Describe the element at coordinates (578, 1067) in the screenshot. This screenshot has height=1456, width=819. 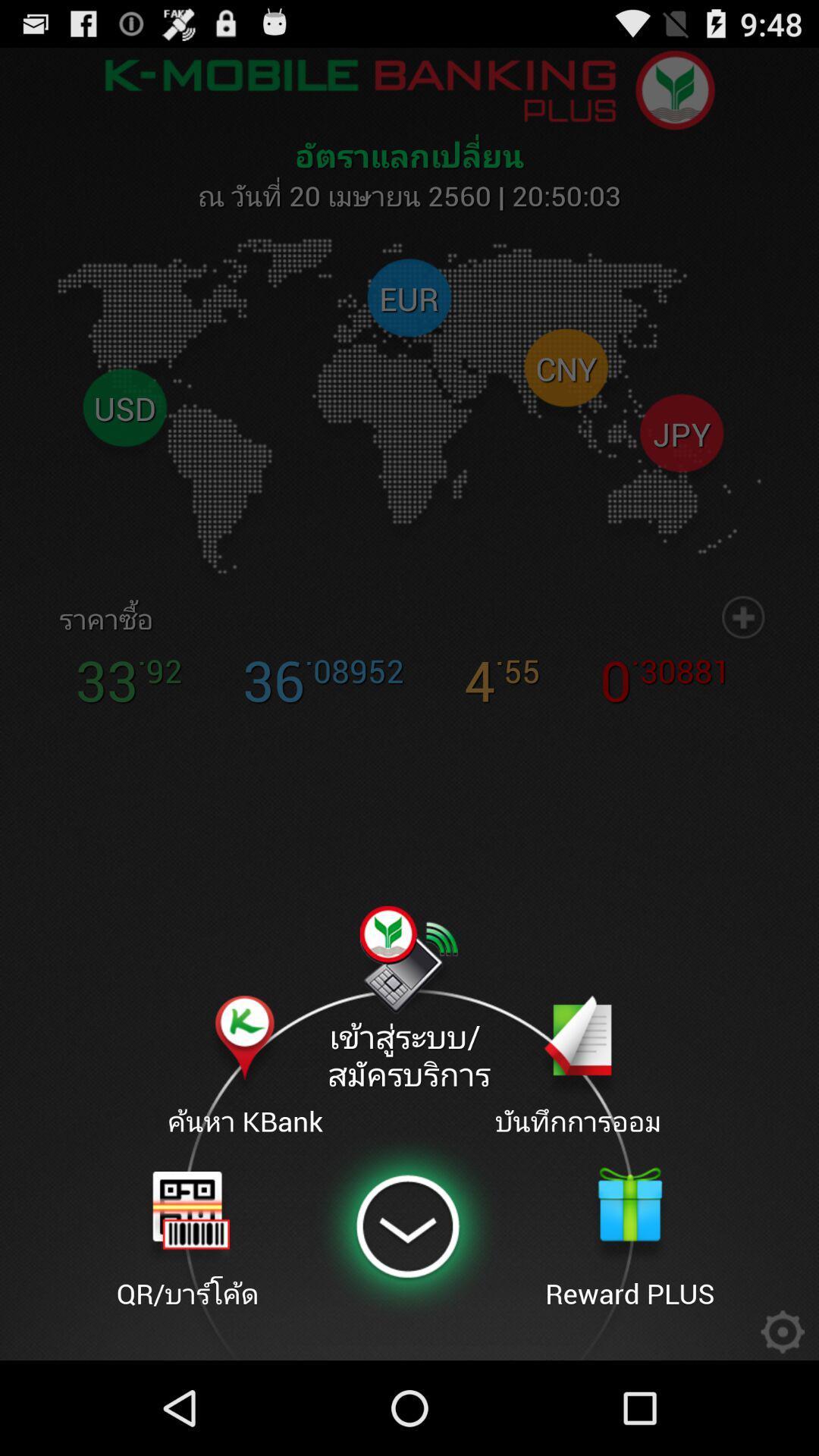
I see `the icon above the reward plus` at that location.